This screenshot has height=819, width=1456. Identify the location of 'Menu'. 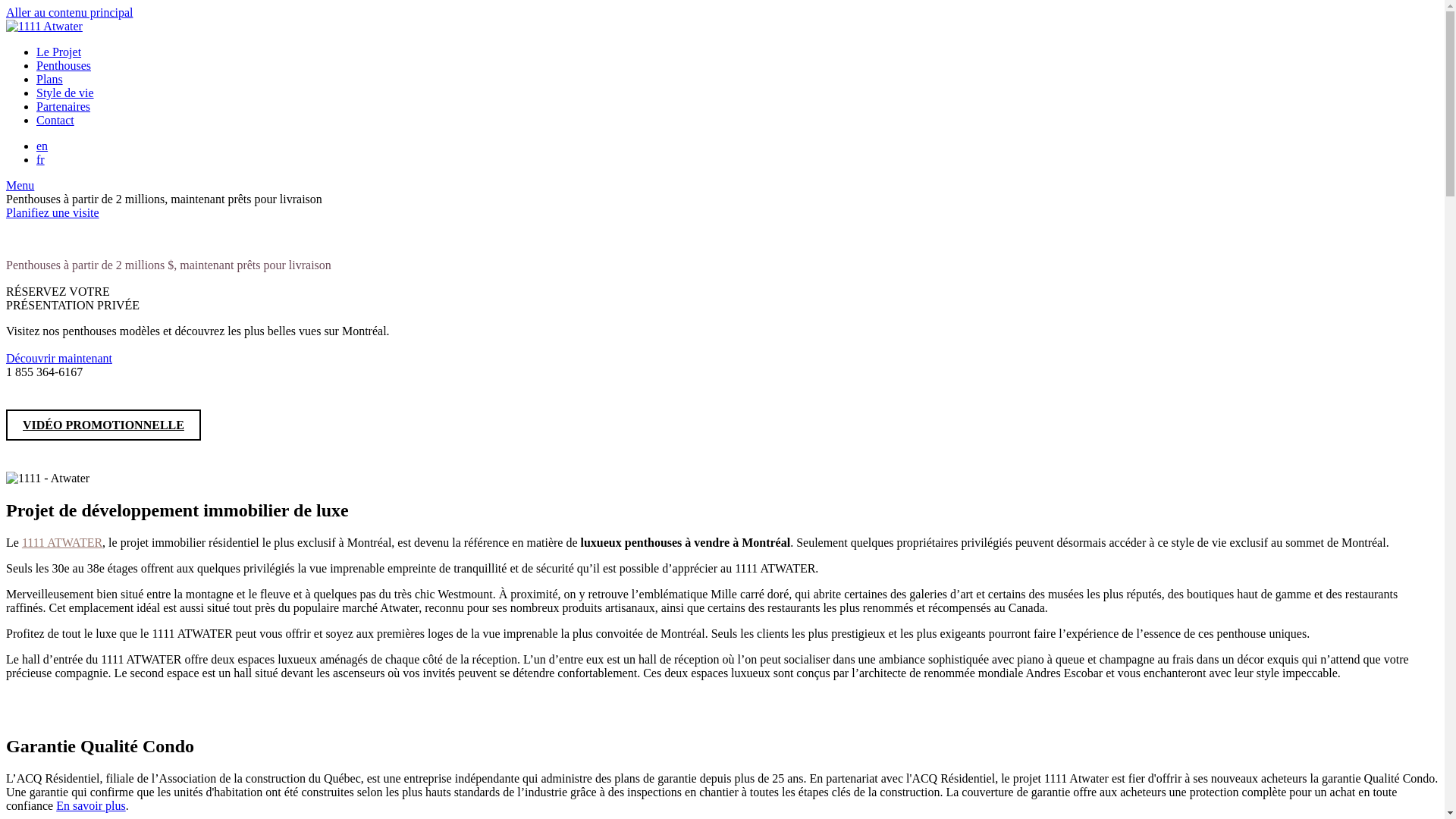
(20, 184).